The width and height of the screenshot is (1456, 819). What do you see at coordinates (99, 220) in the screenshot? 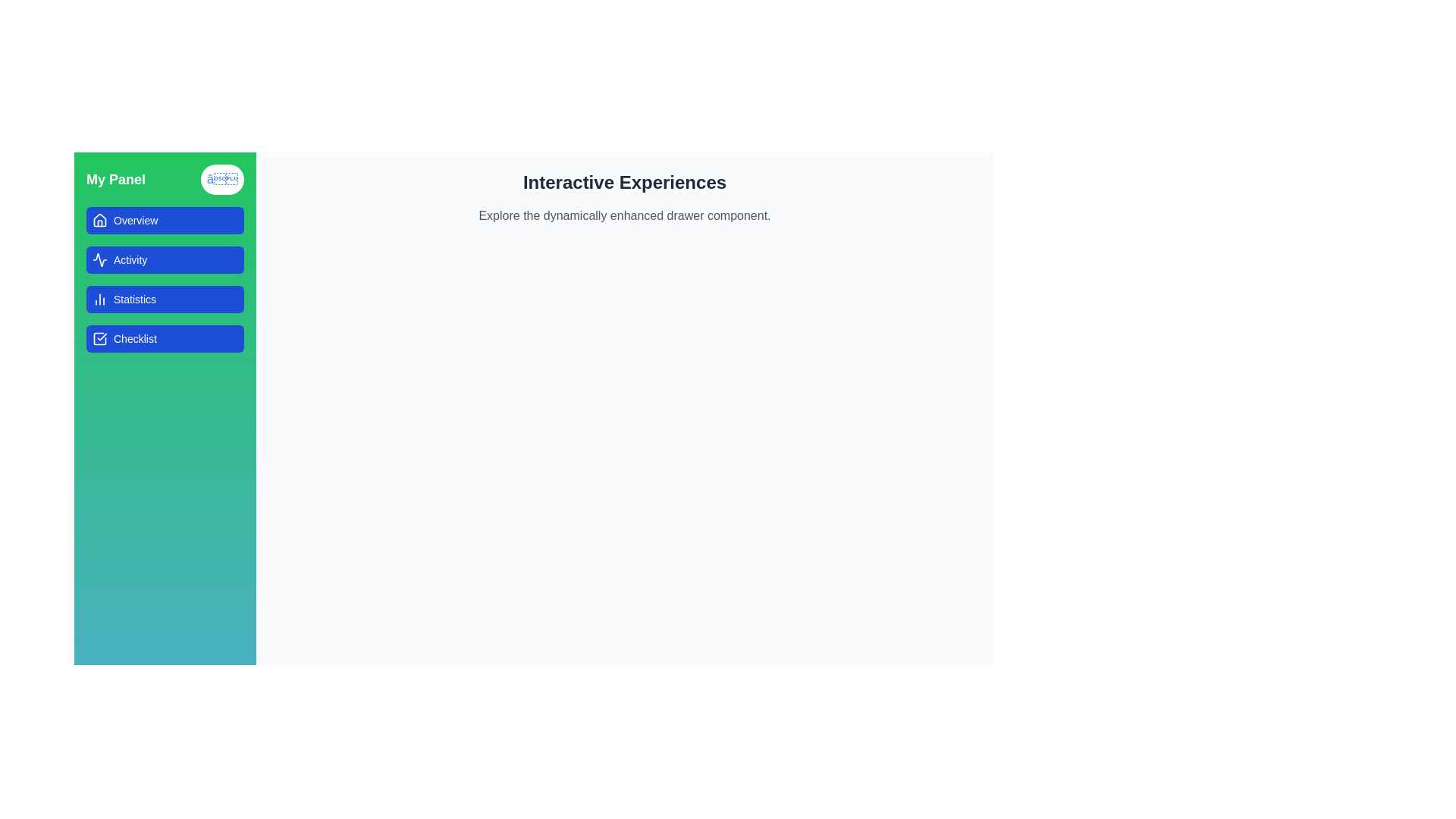
I see `the 'Overview' button on the green vertical sidebar` at bounding box center [99, 220].